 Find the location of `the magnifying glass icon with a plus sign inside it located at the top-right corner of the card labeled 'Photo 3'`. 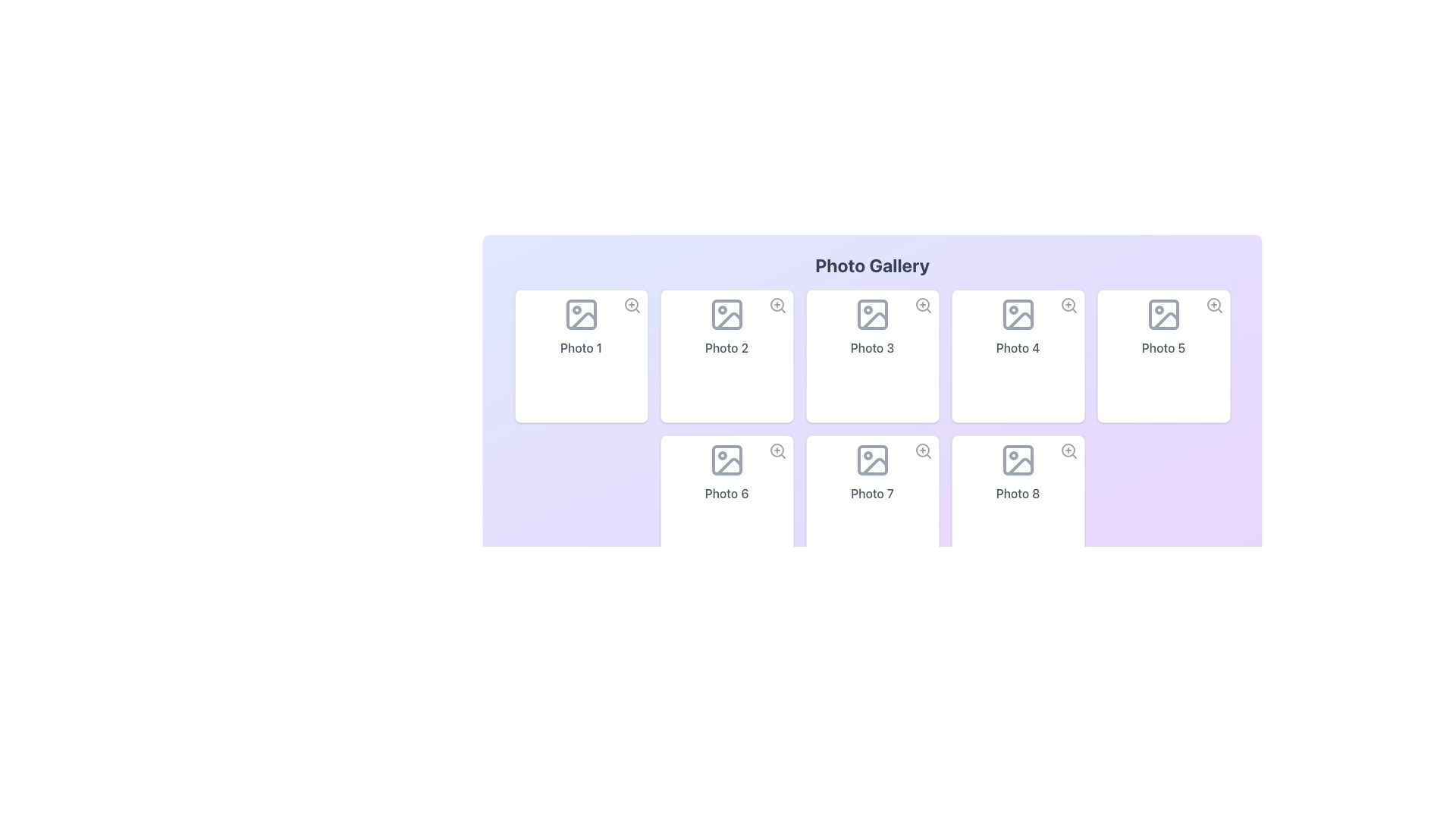

the magnifying glass icon with a plus sign inside it located at the top-right corner of the card labeled 'Photo 3' is located at coordinates (922, 305).